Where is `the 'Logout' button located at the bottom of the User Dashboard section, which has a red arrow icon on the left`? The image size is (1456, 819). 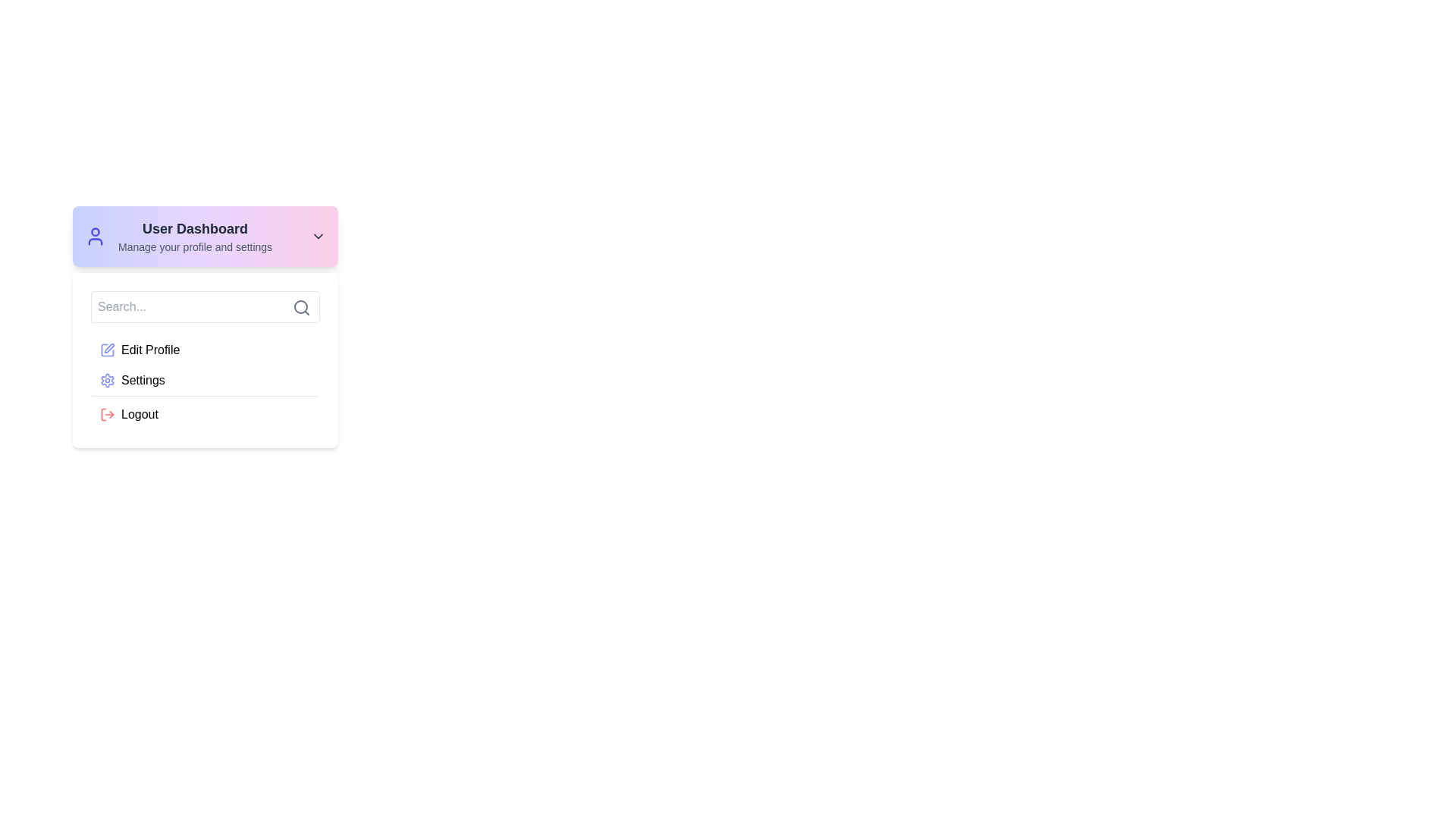 the 'Logout' button located at the bottom of the User Dashboard section, which has a red arrow icon on the left is located at coordinates (204, 412).